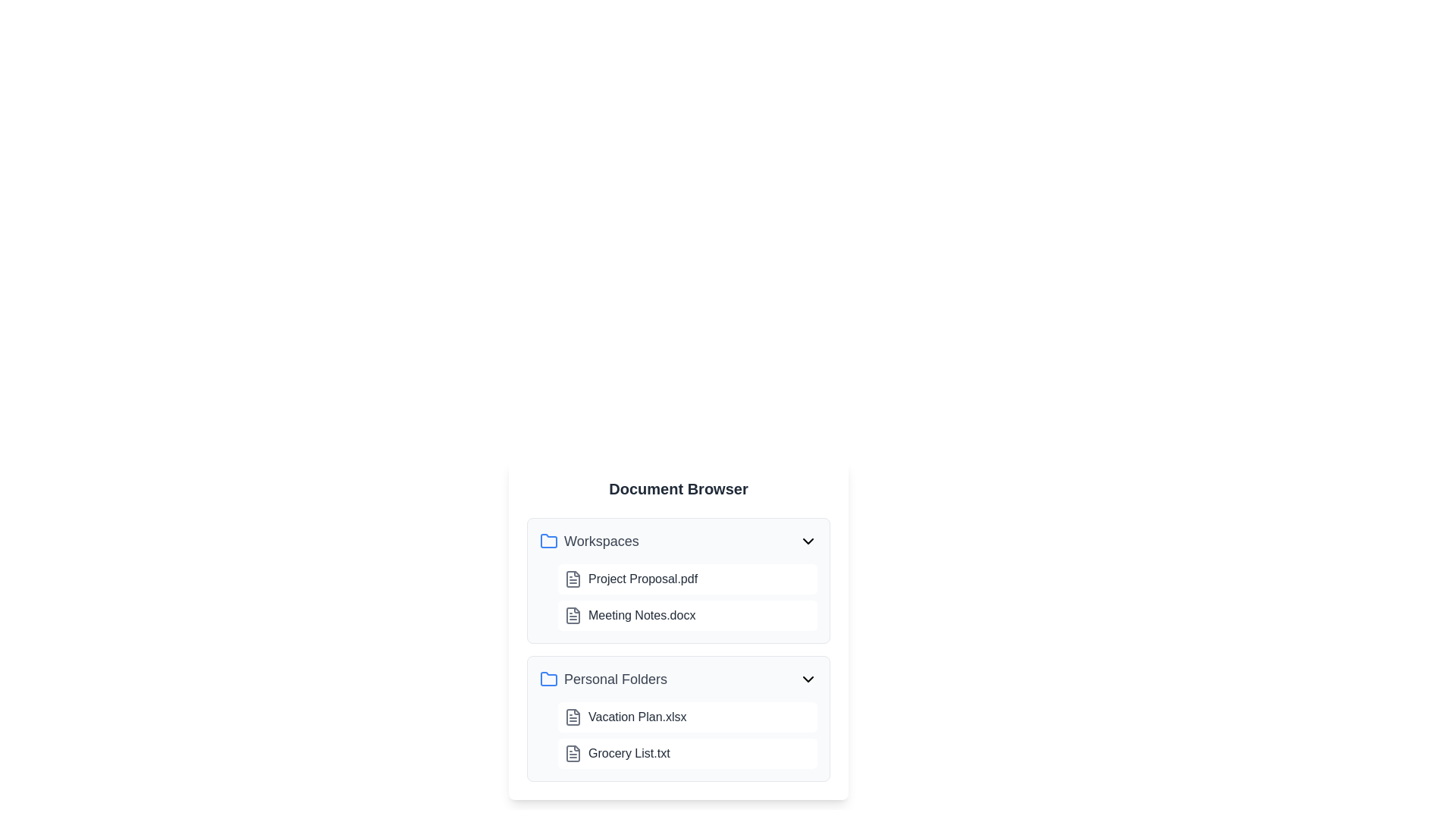 This screenshot has height=819, width=1456. Describe the element at coordinates (642, 616) in the screenshot. I see `the text label displaying 'Meeting Notes.docx' in the Document Browser under the Workspaces section` at that location.